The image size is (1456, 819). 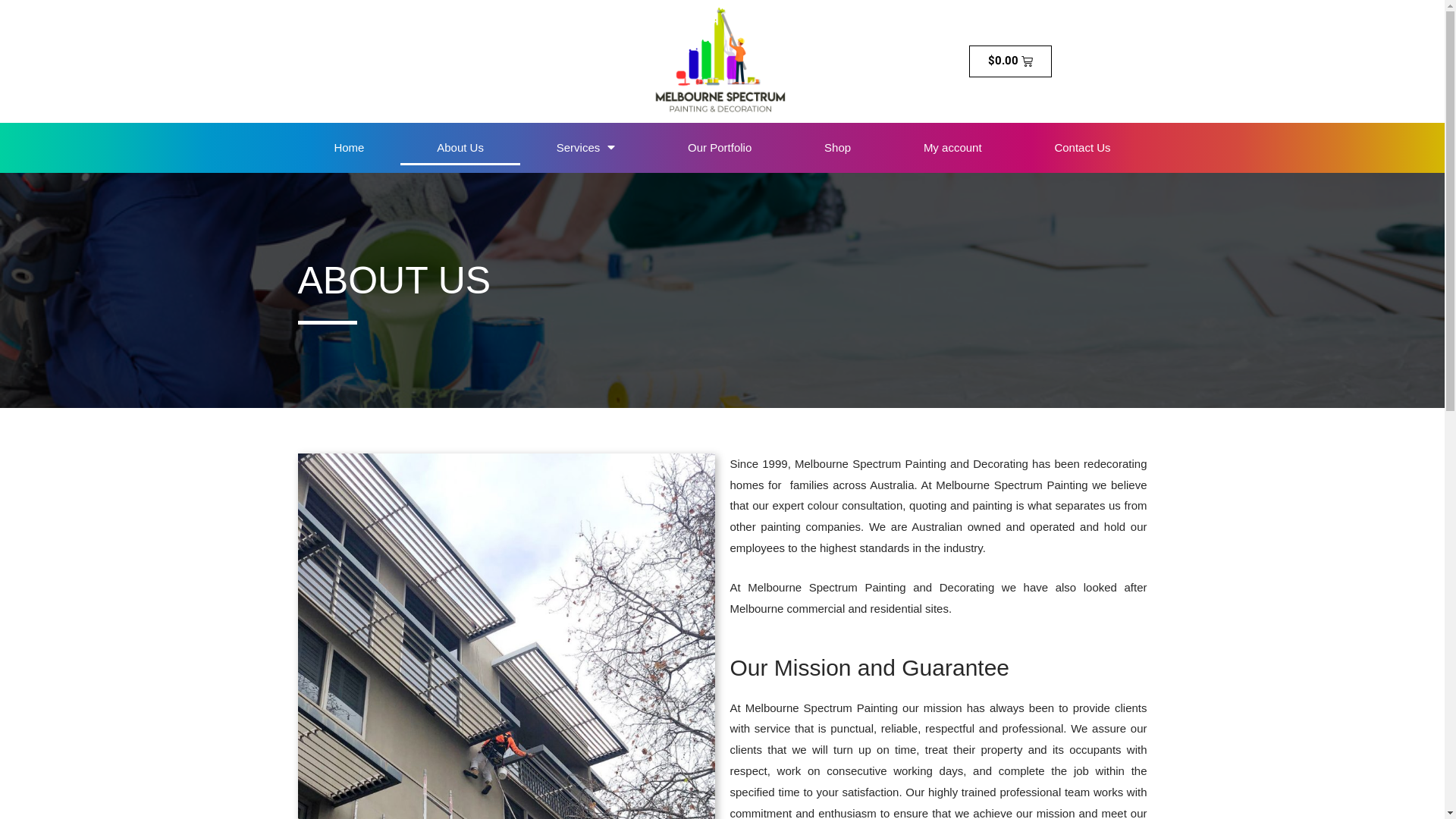 I want to click on 'My account', so click(x=887, y=148).